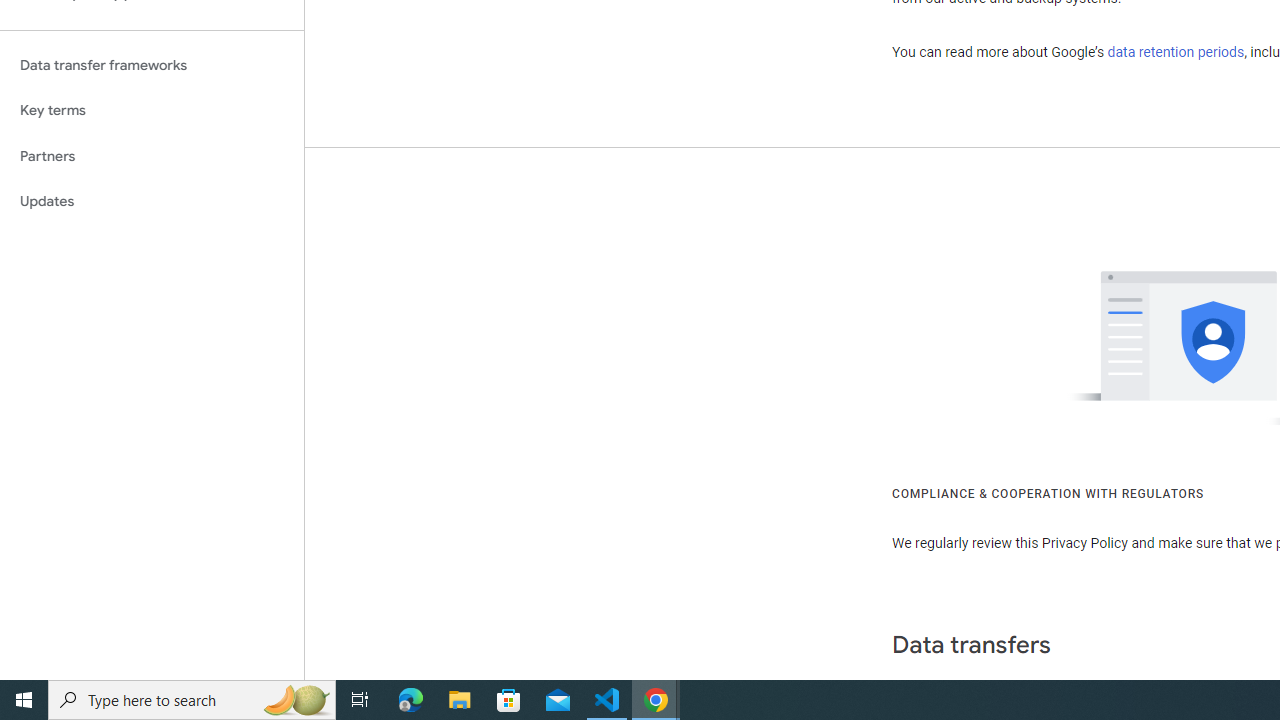  I want to click on 'Type here to search', so click(192, 698).